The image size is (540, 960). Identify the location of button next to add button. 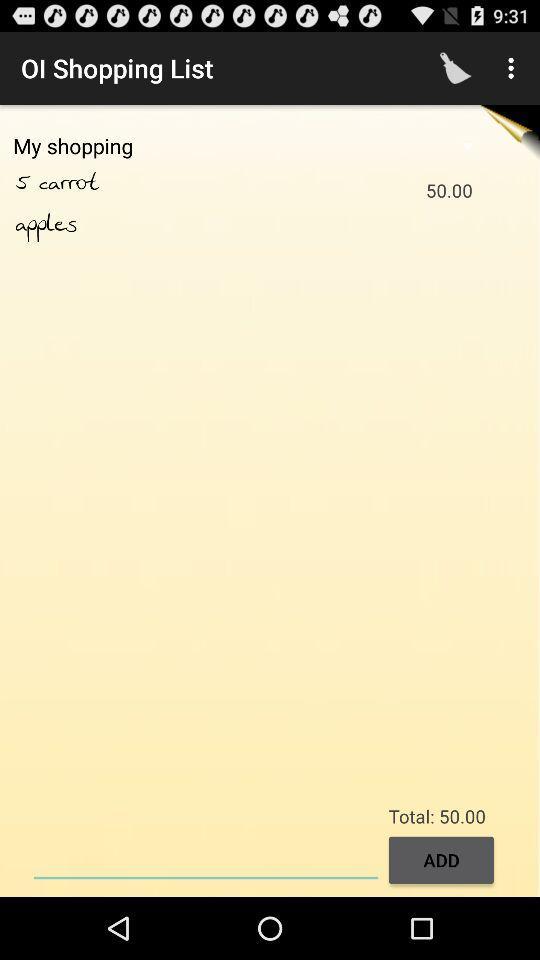
(205, 857).